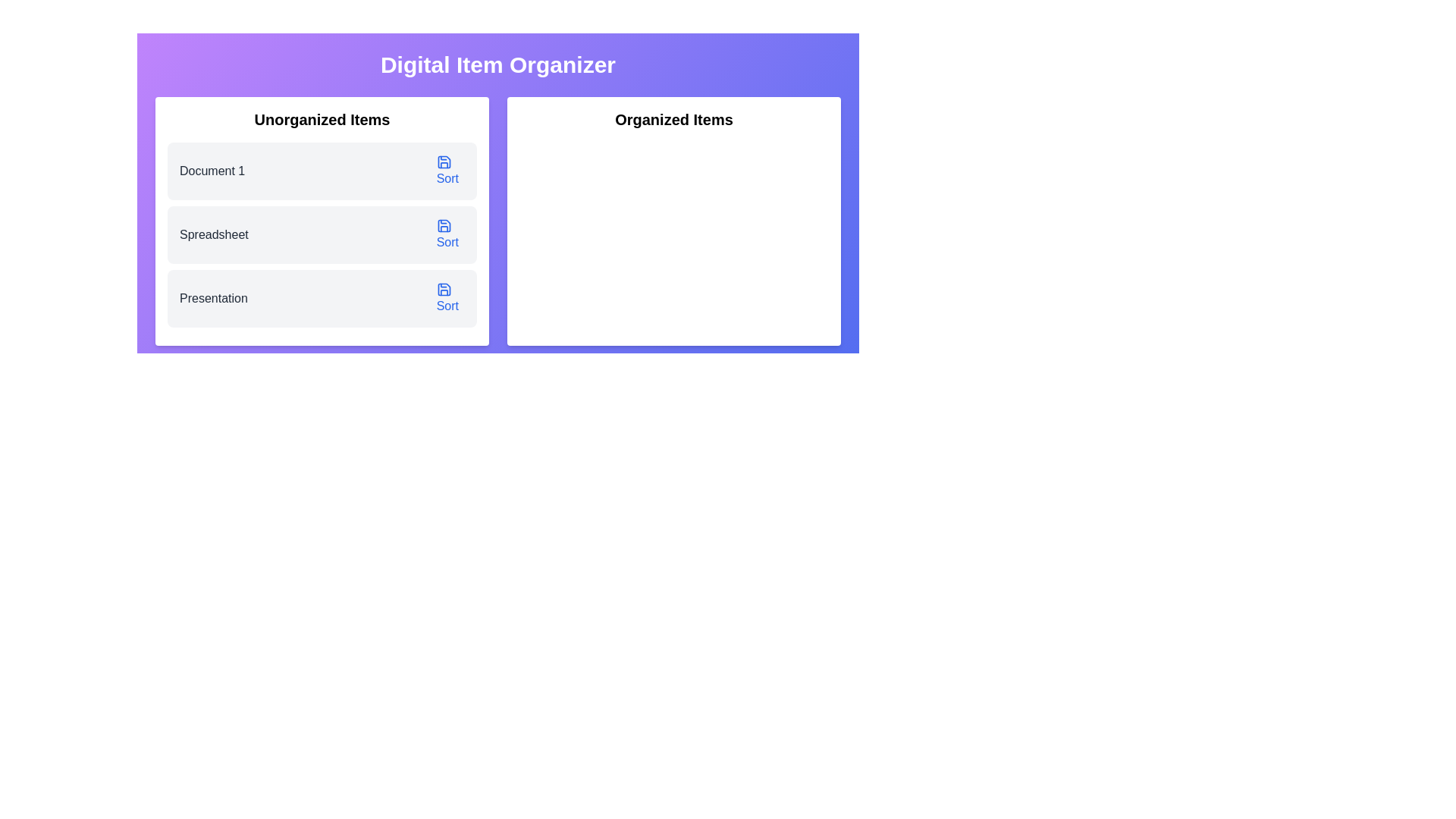 This screenshot has width=1456, height=819. I want to click on the first List Item labeled 'Document 1', so click(322, 171).